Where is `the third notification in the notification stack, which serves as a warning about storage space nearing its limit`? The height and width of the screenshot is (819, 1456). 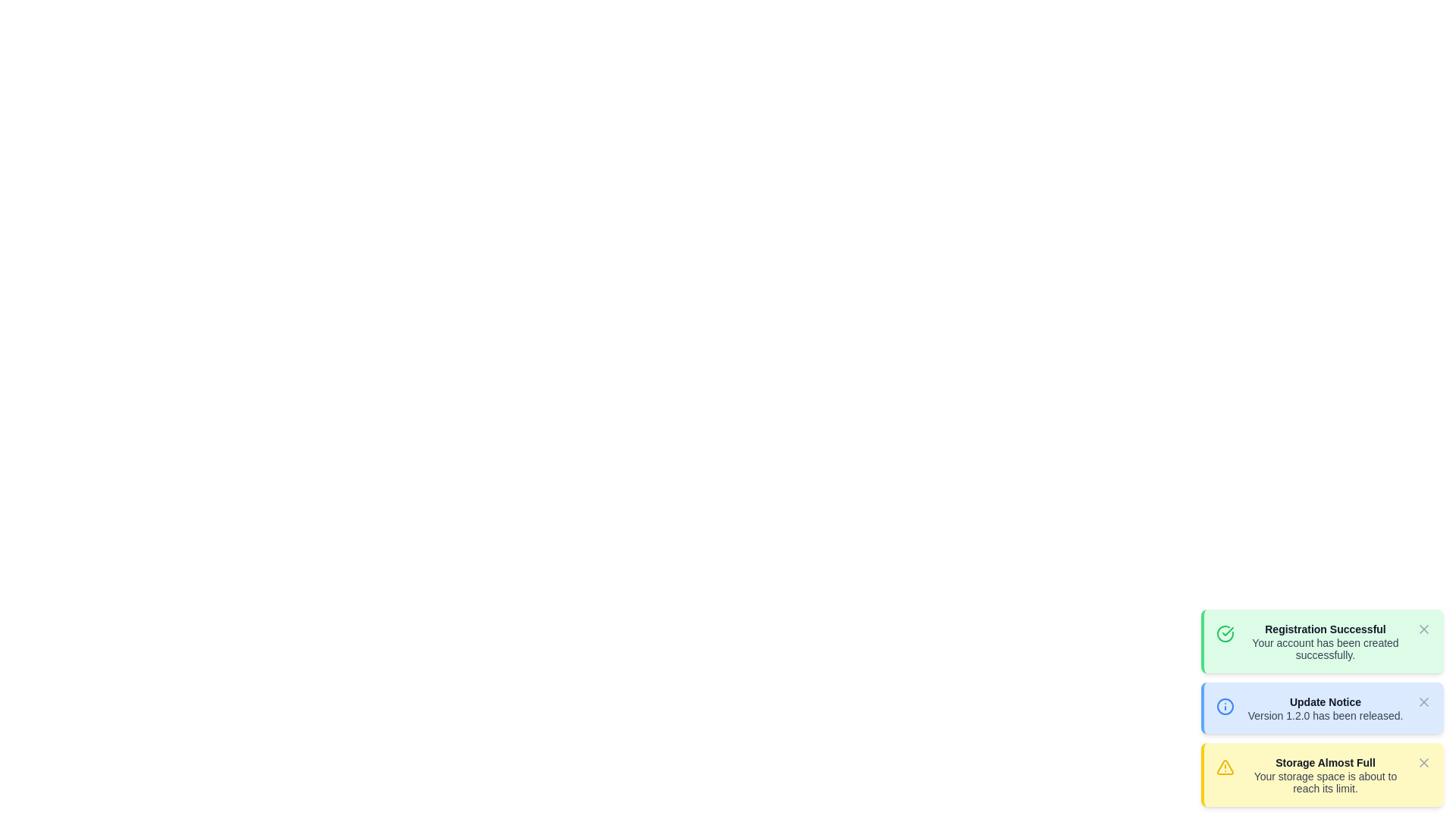
the third notification in the notification stack, which serves as a warning about storage space nearing its limit is located at coordinates (1321, 775).